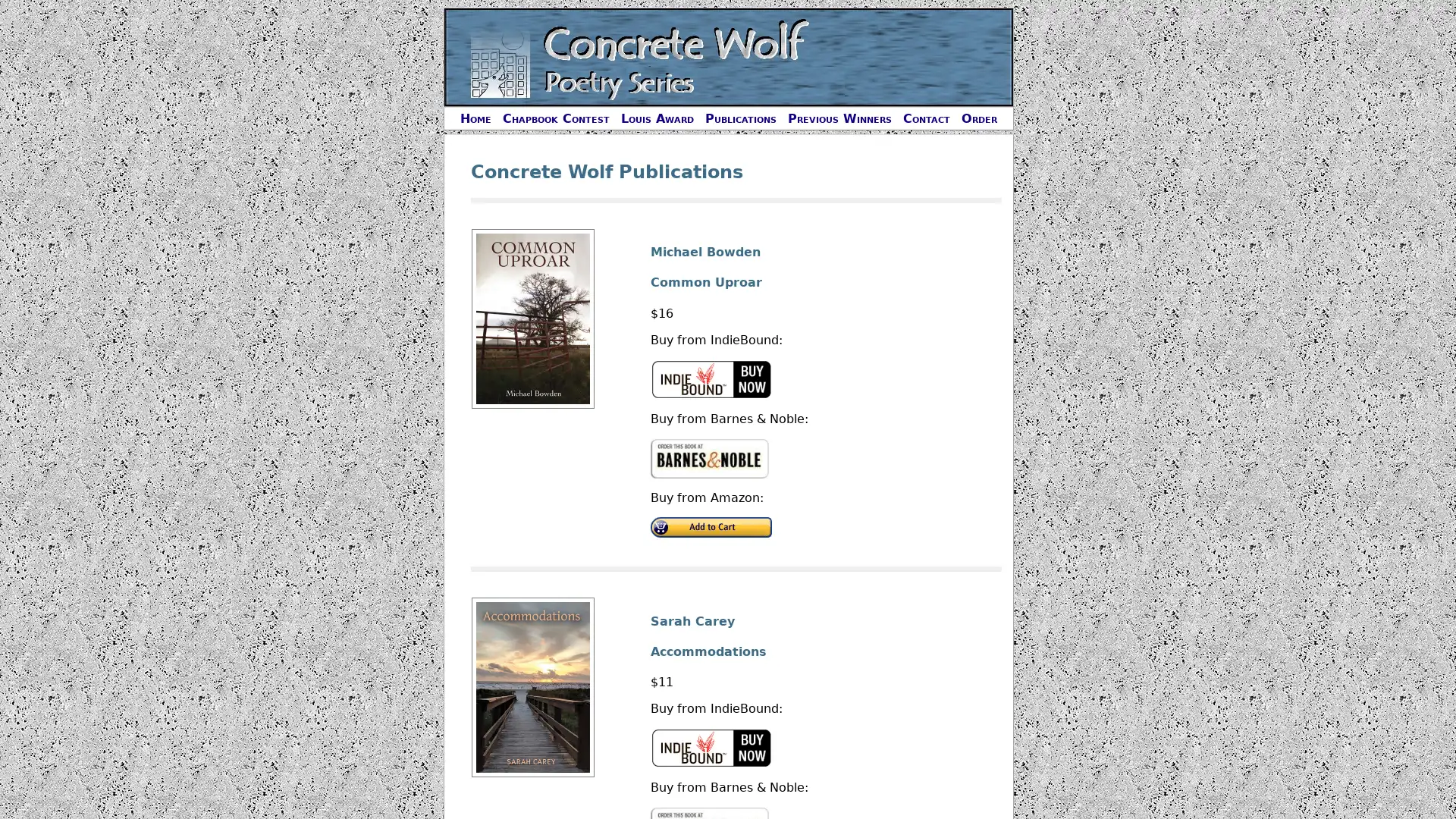 The image size is (1456, 819). Describe the element at coordinates (710, 526) in the screenshot. I see `Buy on Amazon.com` at that location.